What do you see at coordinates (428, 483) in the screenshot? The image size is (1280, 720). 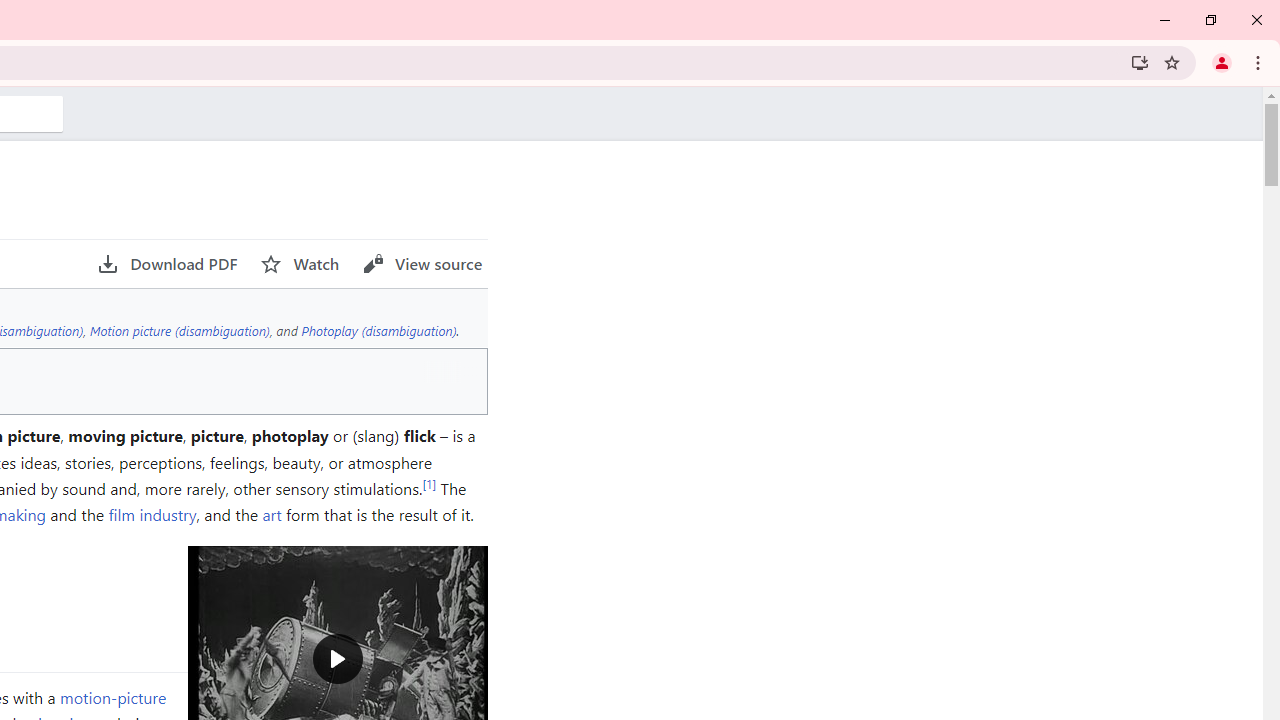 I see `'[1]'` at bounding box center [428, 483].